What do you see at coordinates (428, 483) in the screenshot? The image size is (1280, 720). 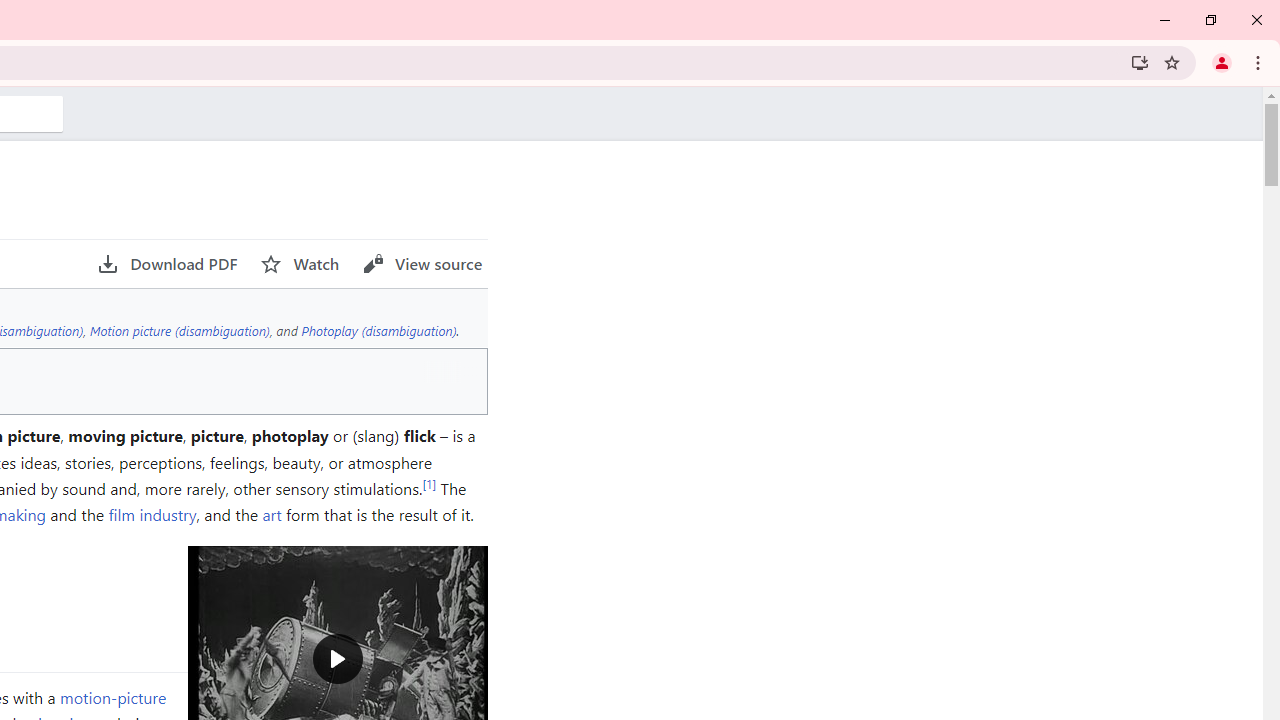 I see `'[1]'` at bounding box center [428, 483].